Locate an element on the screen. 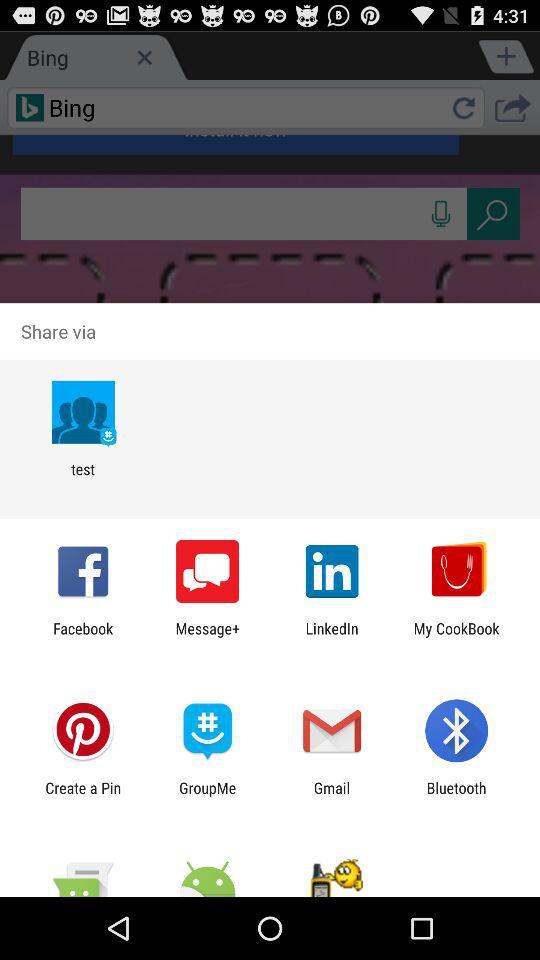 Image resolution: width=540 pixels, height=960 pixels. icon to the left of the my cookbook icon is located at coordinates (332, 636).